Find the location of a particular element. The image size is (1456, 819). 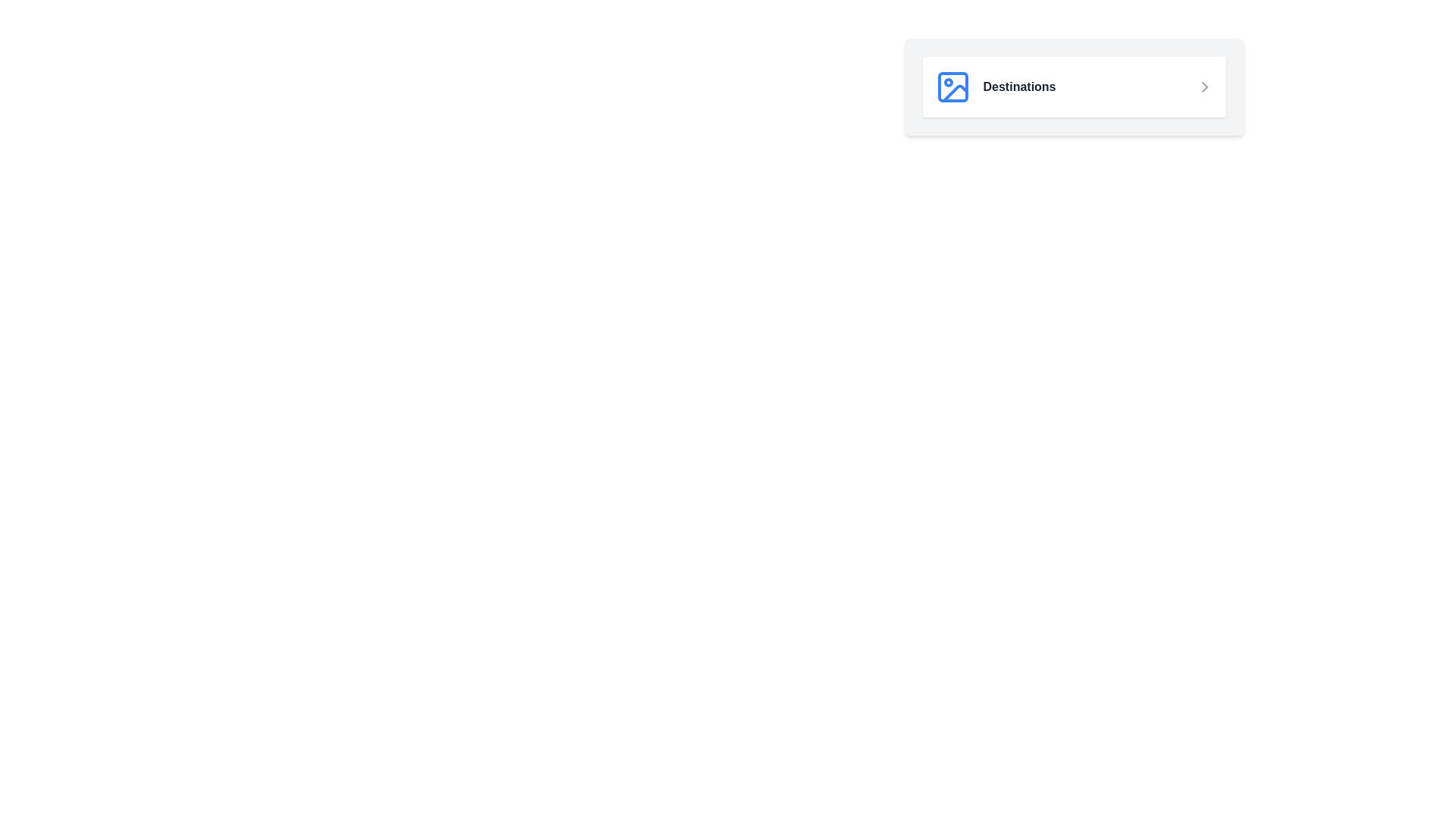

the decorative vector-based graphical square with rounded corners located at the top-left corner of the 'Destinations' card is located at coordinates (952, 87).